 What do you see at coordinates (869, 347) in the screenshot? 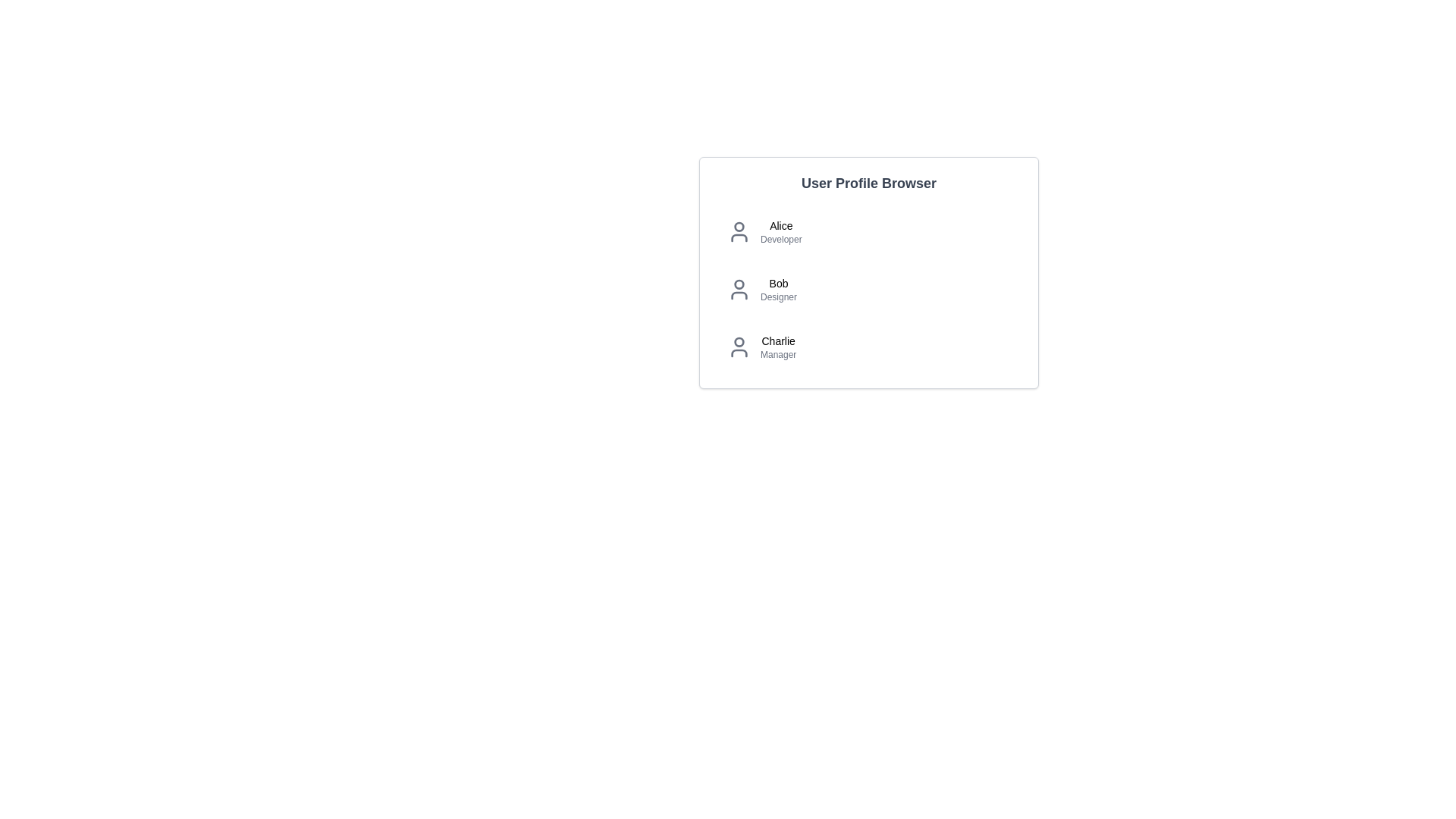
I see `the third clickable list item representing the user 'Charlie'` at bounding box center [869, 347].